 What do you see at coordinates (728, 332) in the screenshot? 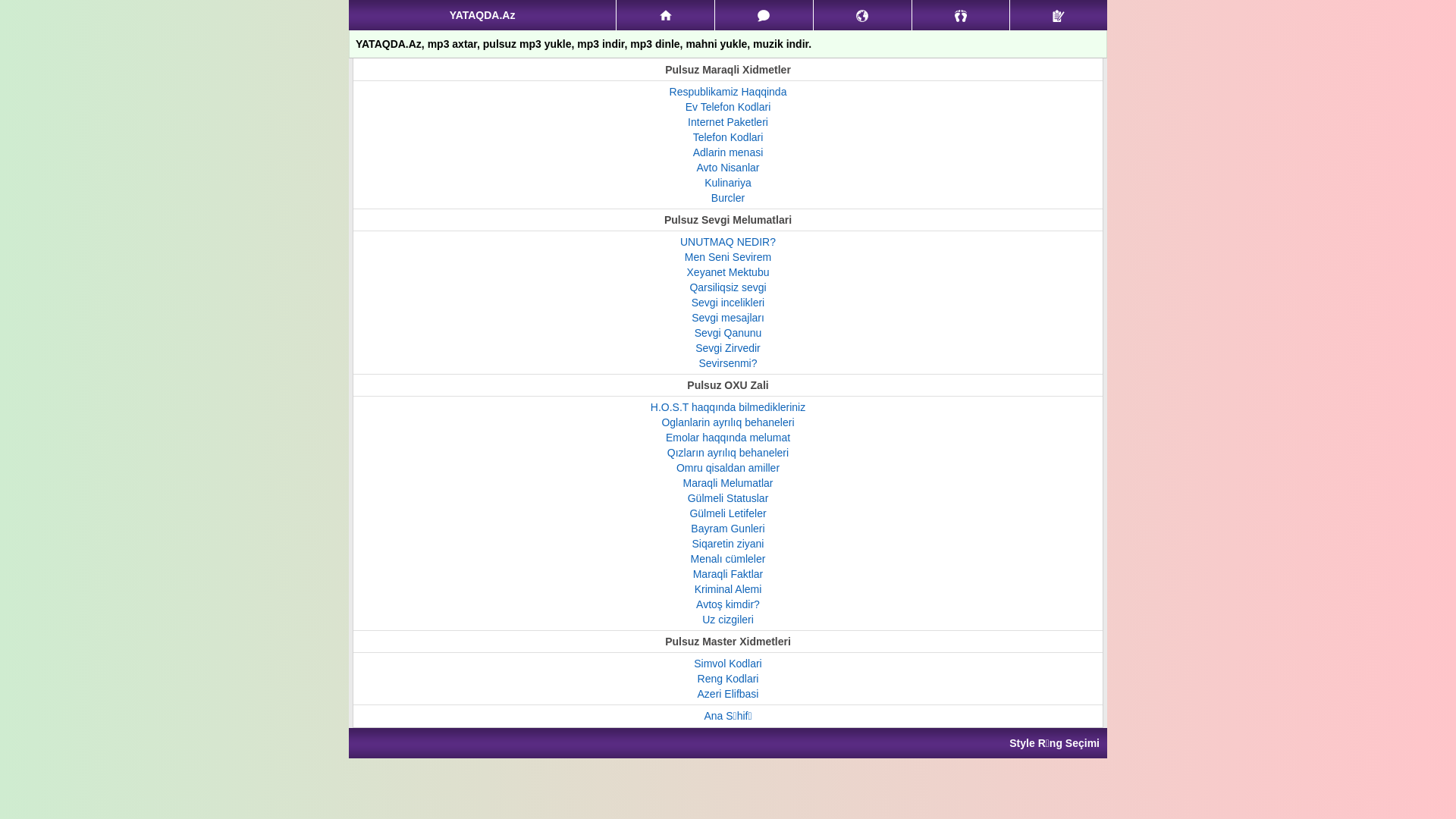
I see `'Sevgi Qanunu'` at bounding box center [728, 332].